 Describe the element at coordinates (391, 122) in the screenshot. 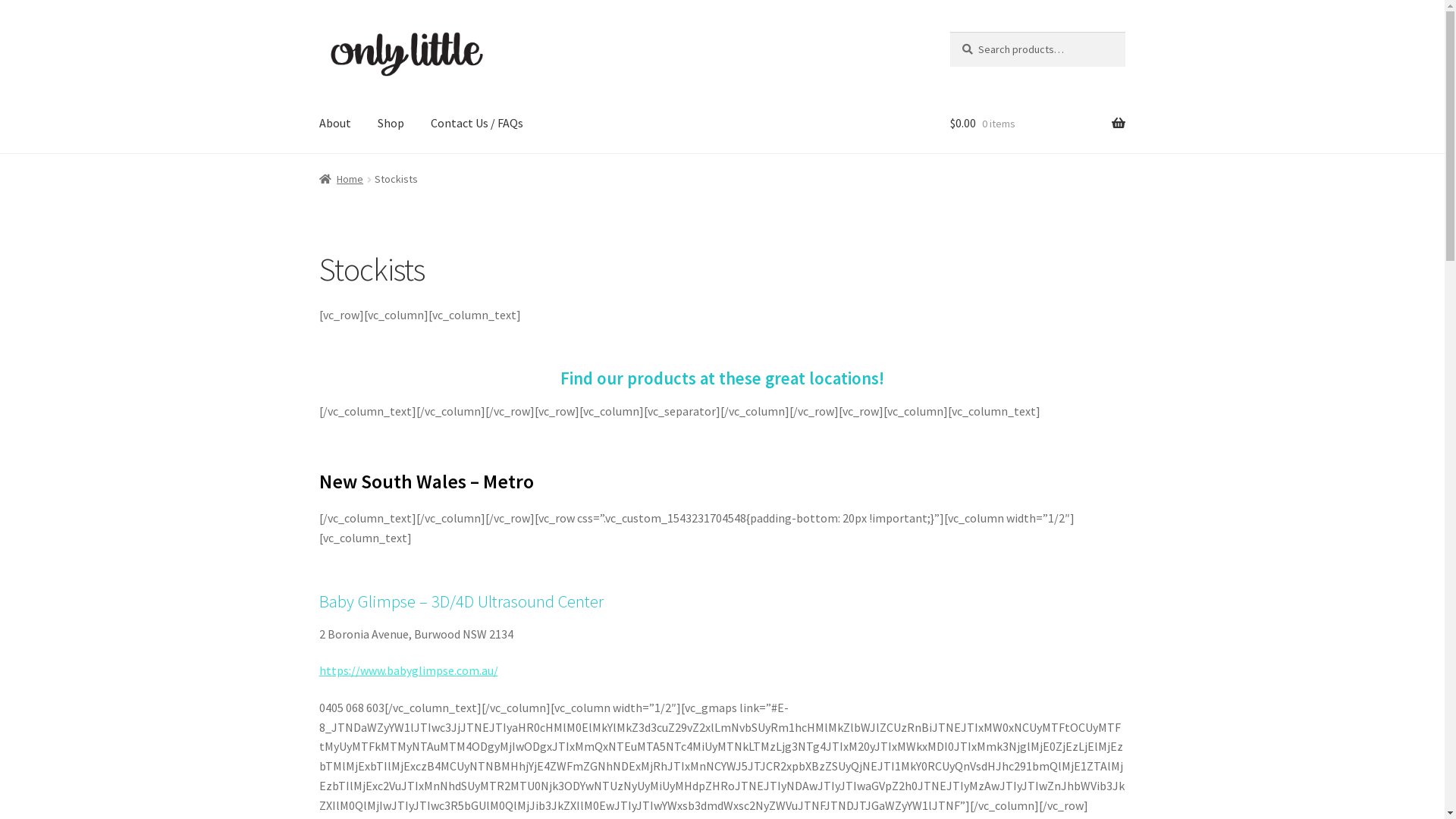

I see `'Shop'` at that location.